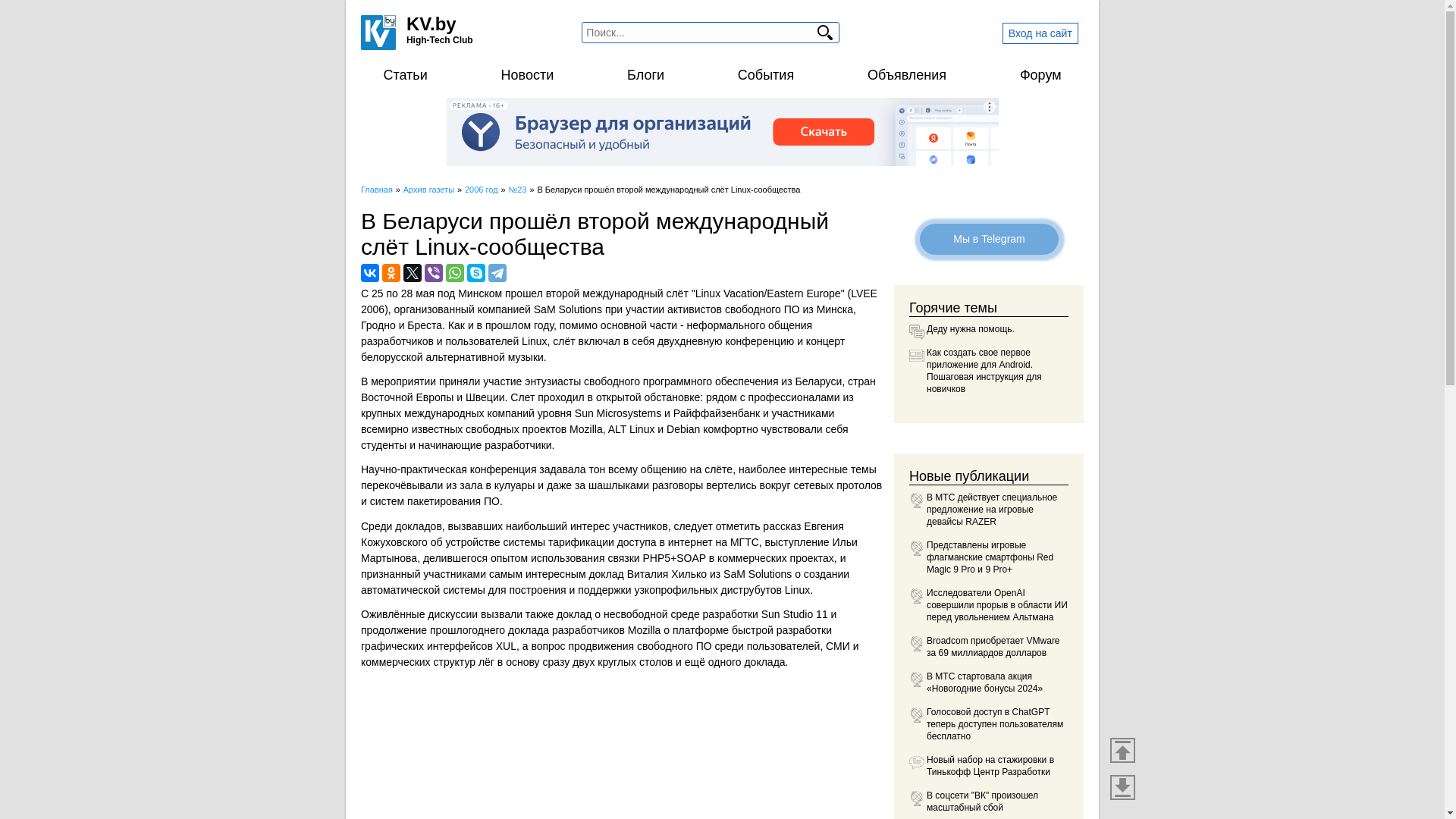 This screenshot has width=1456, height=819. Describe the element at coordinates (406, 24) in the screenshot. I see `'KV.by'` at that location.